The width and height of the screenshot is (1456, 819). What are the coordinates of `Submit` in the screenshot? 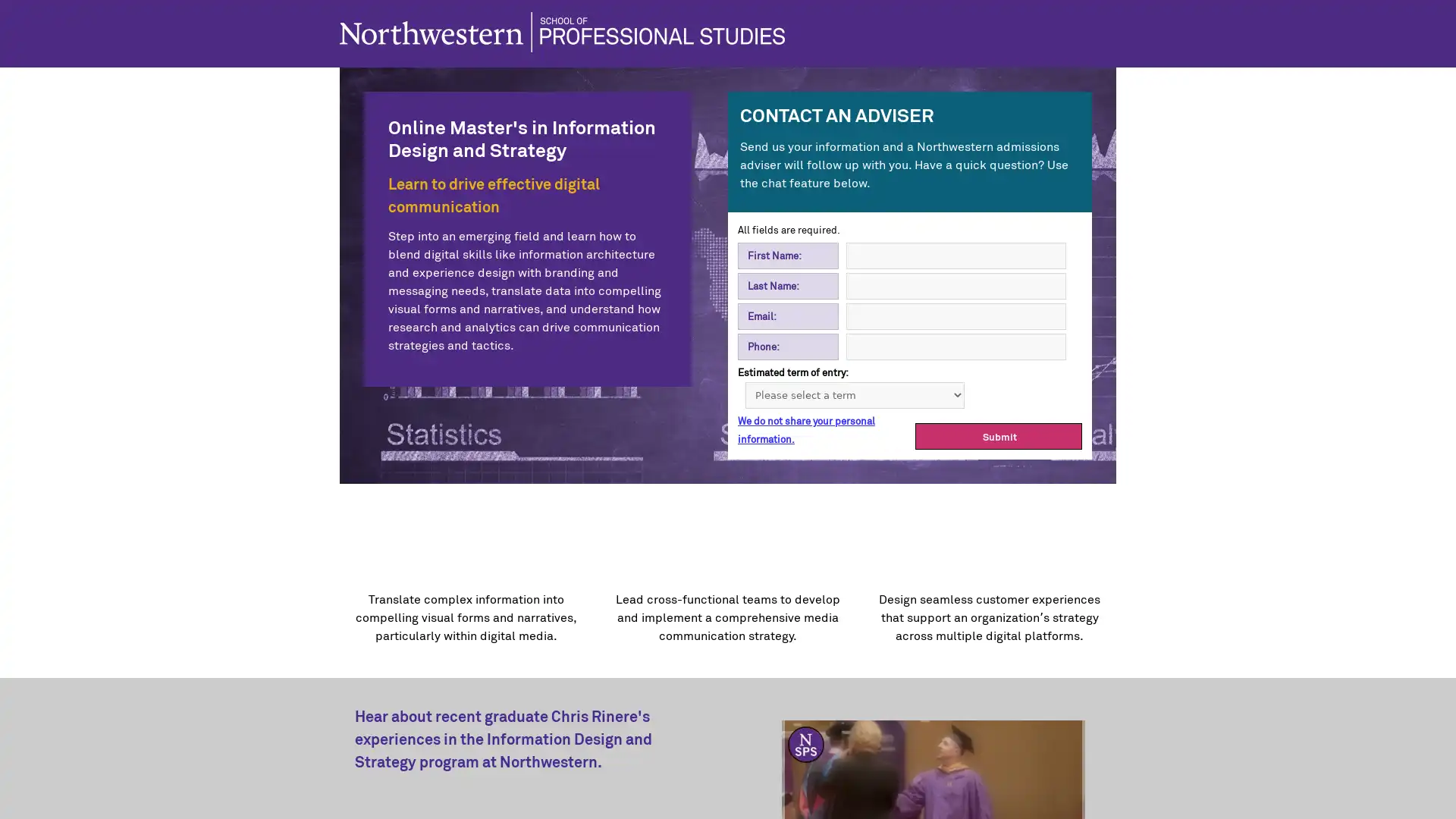 It's located at (998, 436).